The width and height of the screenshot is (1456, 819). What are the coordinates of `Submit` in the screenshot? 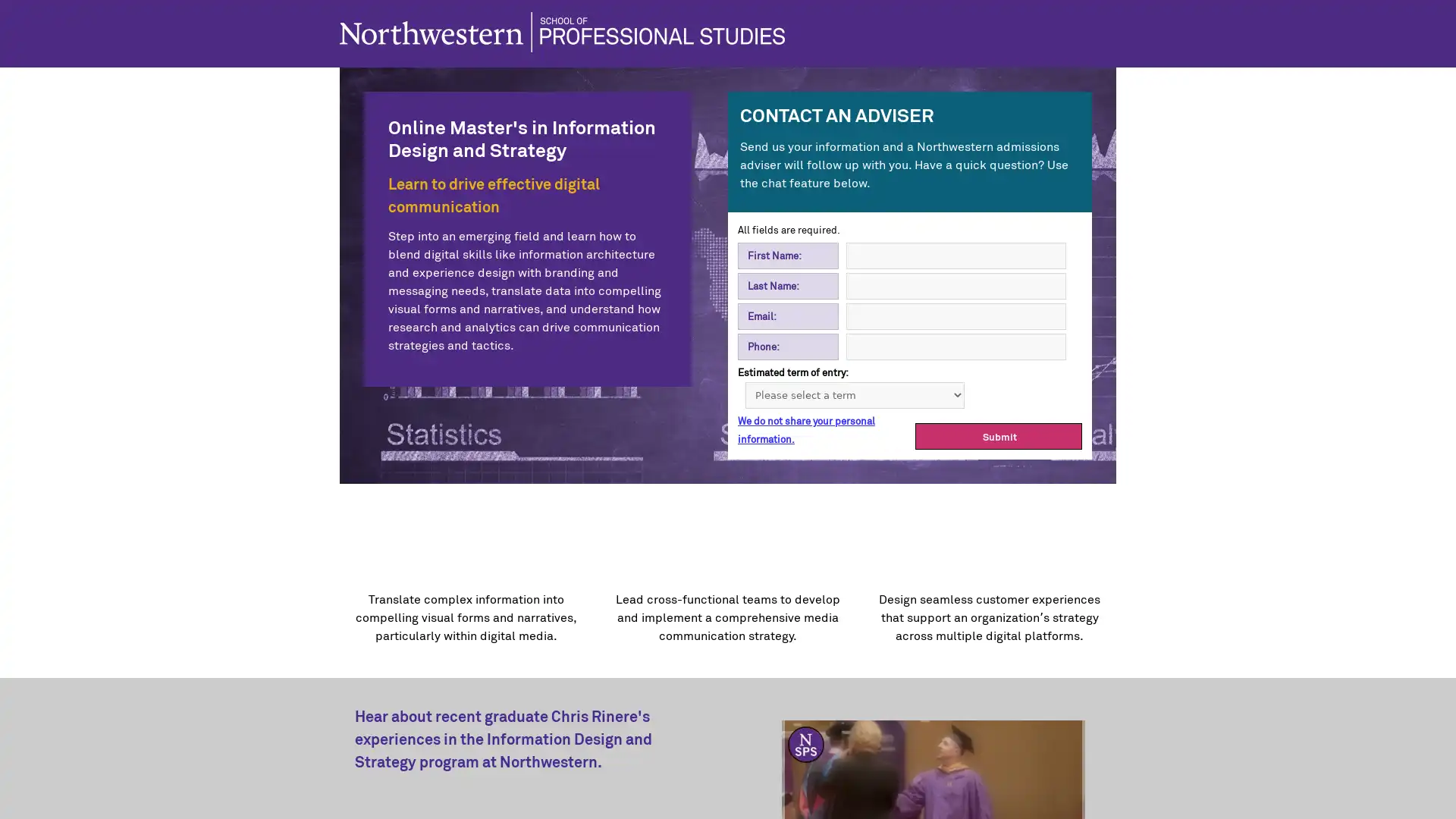 It's located at (998, 436).